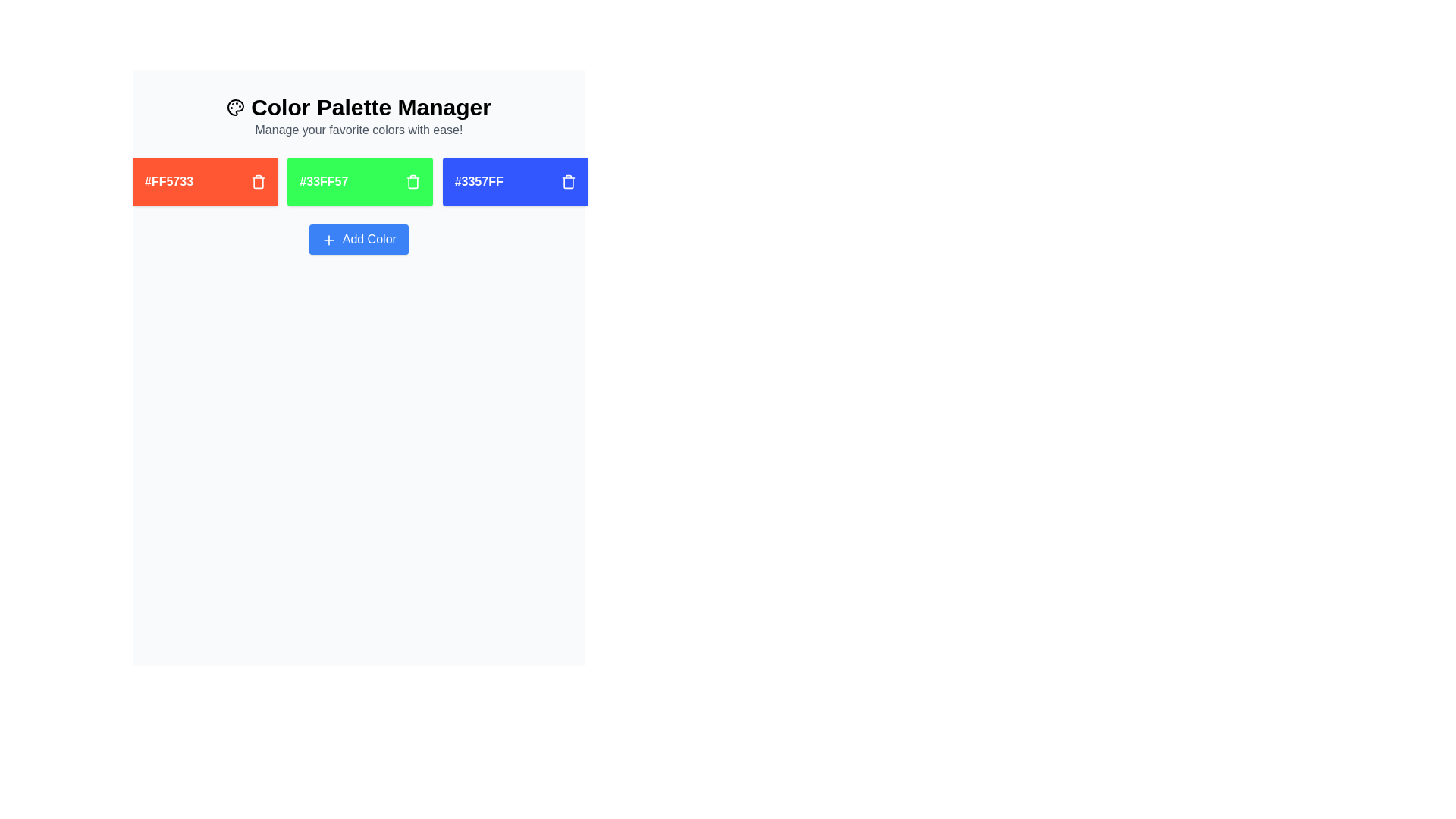 The width and height of the screenshot is (1456, 819). I want to click on the text label displaying a hexadecimal color code located in the first color block, adjacent to a trash icon, so click(169, 180).